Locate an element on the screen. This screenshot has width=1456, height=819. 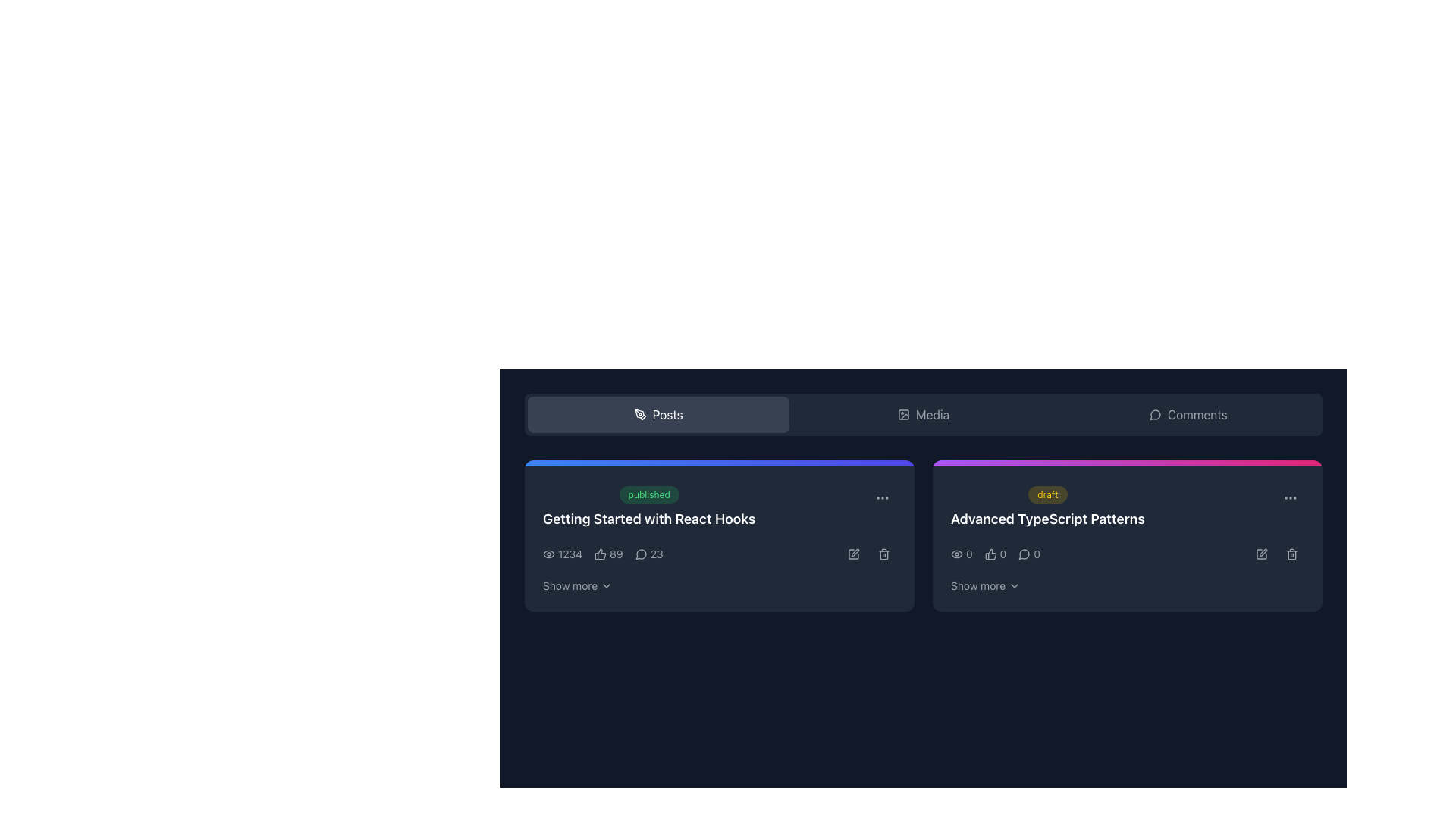
the Ellipsis button represented by three vertically aligned dots in the top-right corner of the 'Getting Started with React Hooks' card is located at coordinates (882, 497).